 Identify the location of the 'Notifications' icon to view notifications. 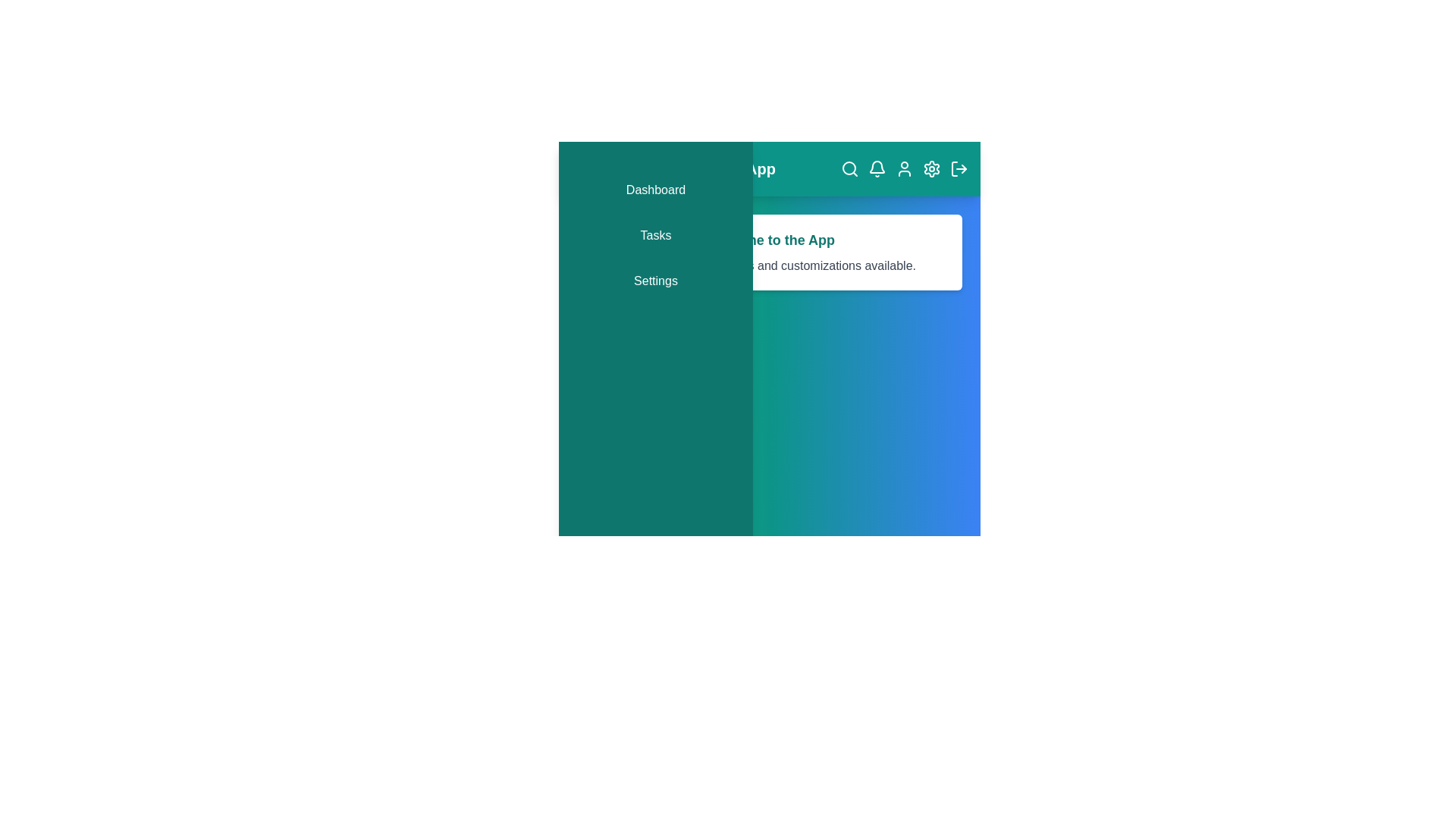
(877, 169).